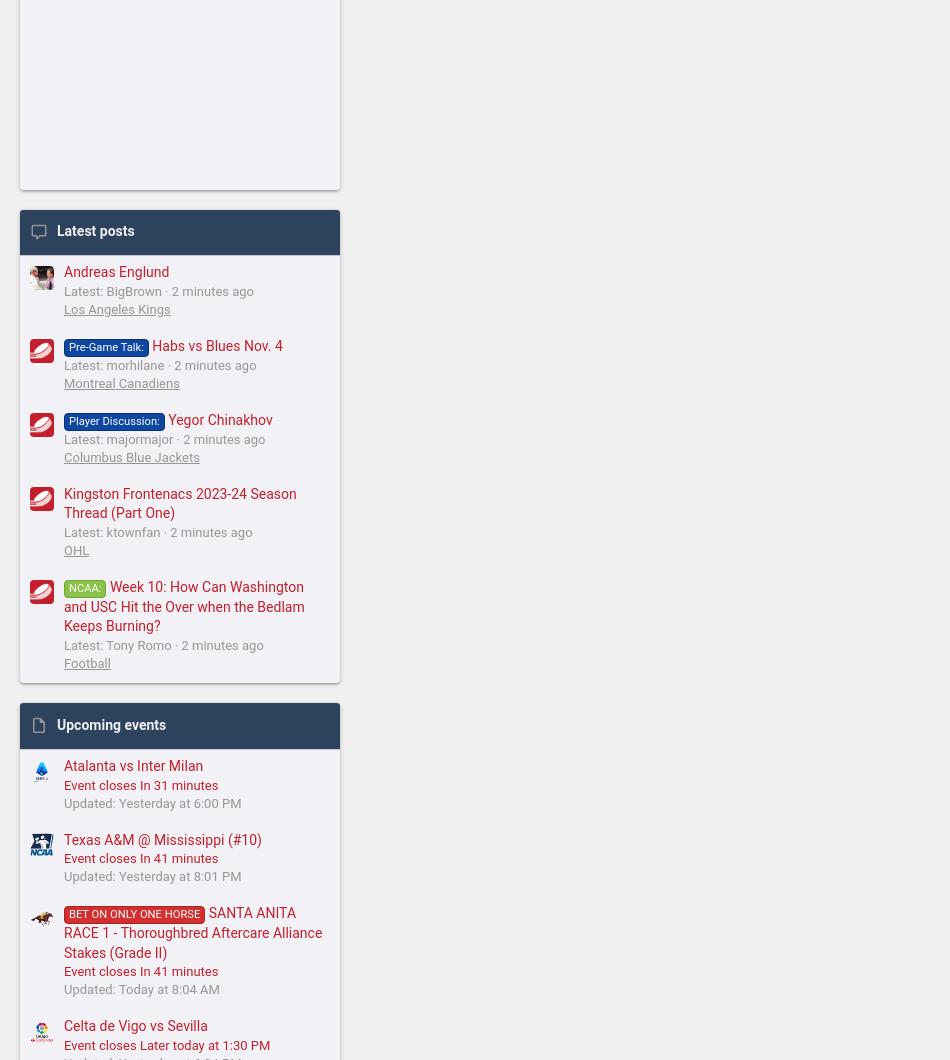 This screenshot has width=950, height=1060. I want to click on 'Click to see all Announcements regarding services and features. This forum isn't empty :)', so click(210, 764).